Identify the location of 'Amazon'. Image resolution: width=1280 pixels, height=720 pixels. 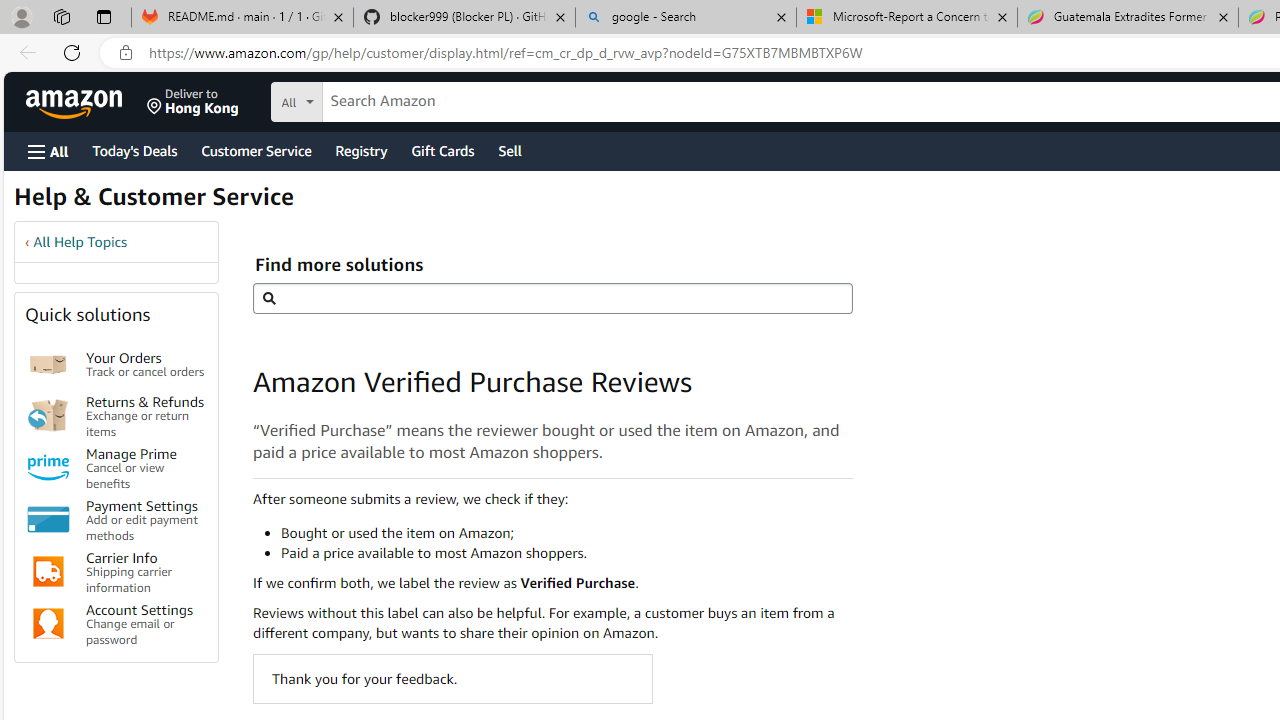
(76, 101).